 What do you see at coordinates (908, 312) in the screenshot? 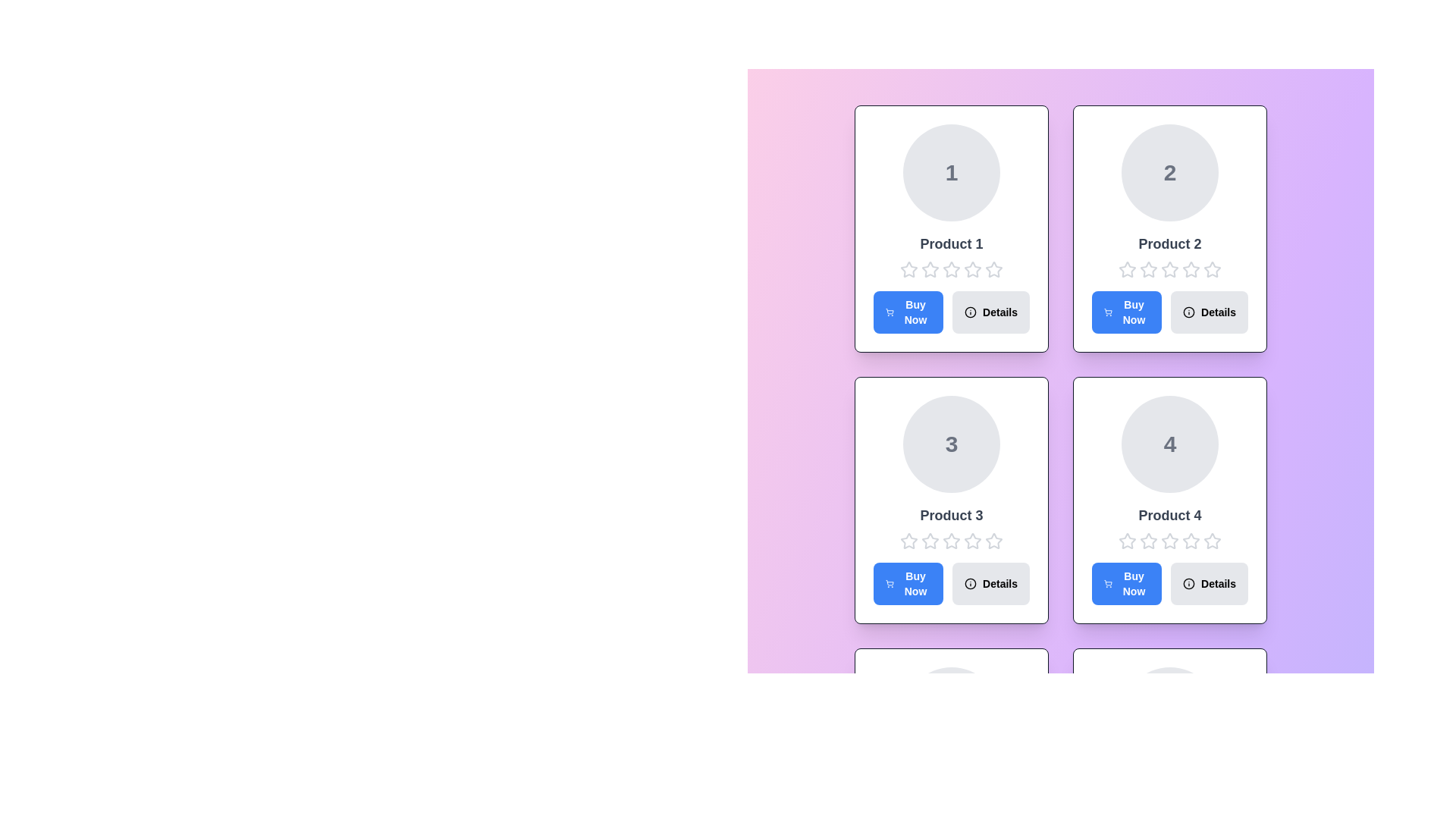
I see `the 'Buy Now' button for the first product` at bounding box center [908, 312].